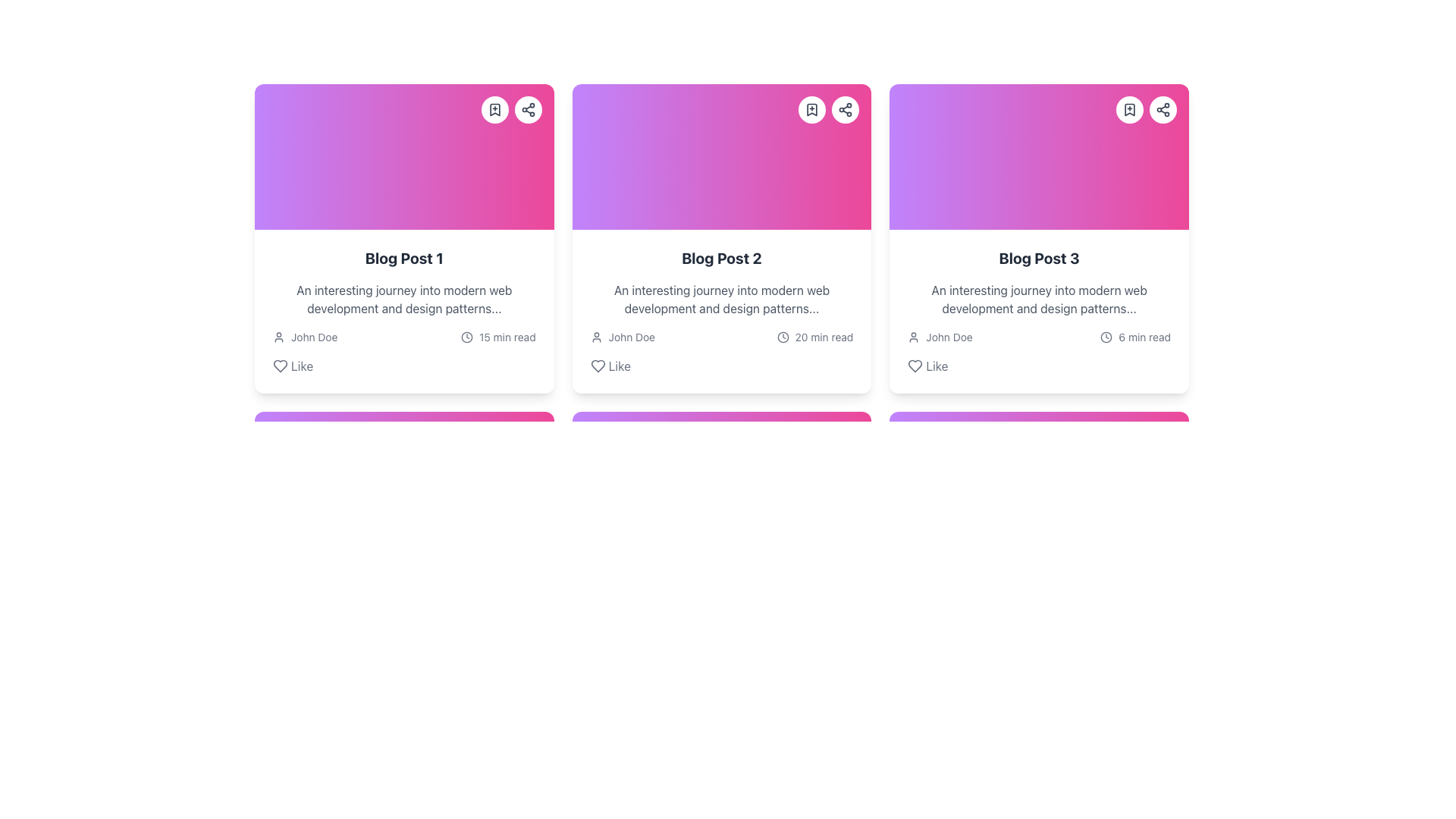 The width and height of the screenshot is (1456, 819). Describe the element at coordinates (720, 299) in the screenshot. I see `displayed text in the Text block located below the 'Blog Post 2' title, centered within the card layout` at that location.